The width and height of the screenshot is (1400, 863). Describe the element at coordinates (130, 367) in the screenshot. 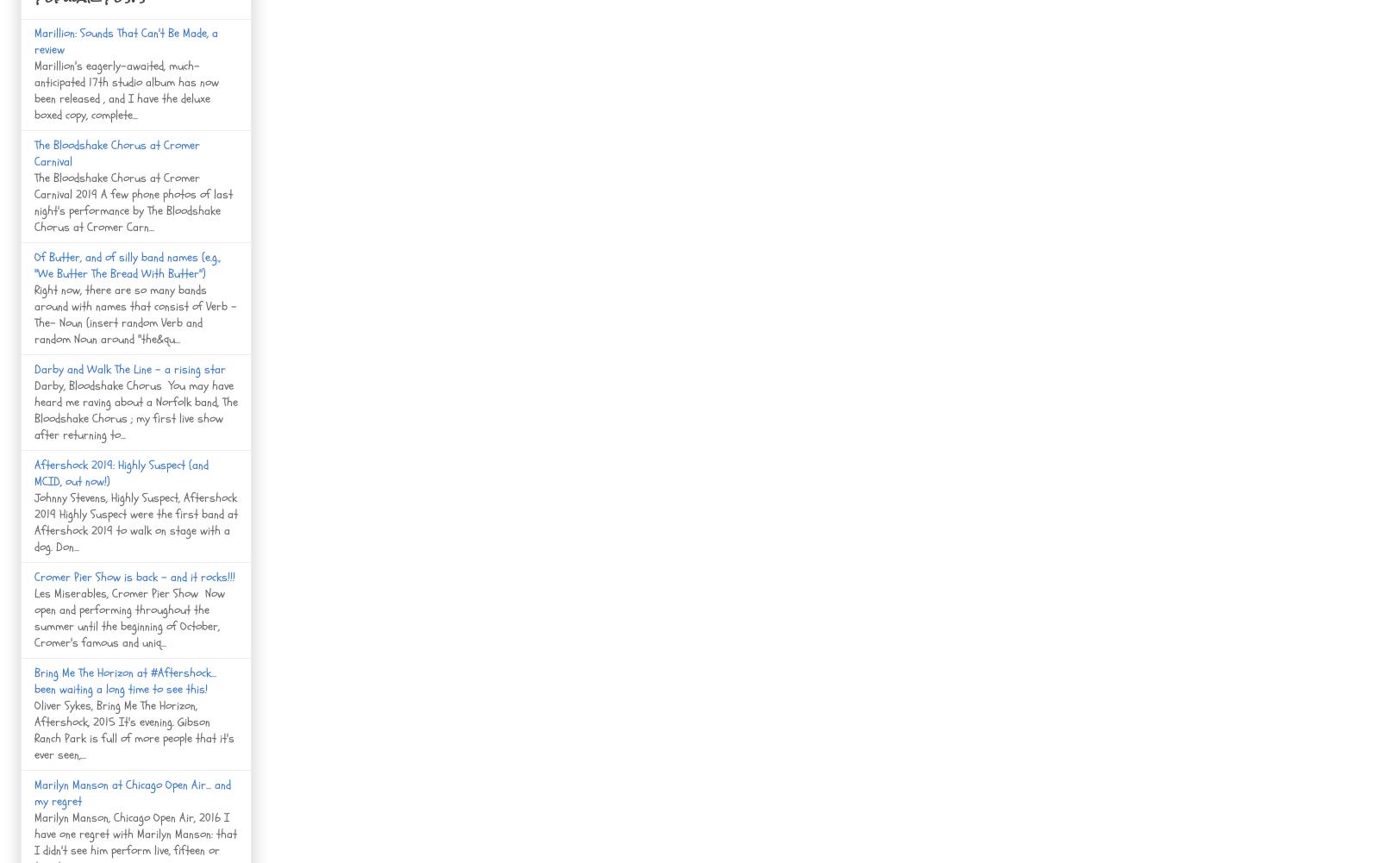

I see `'Darby and Walk The Line - a rising star'` at that location.